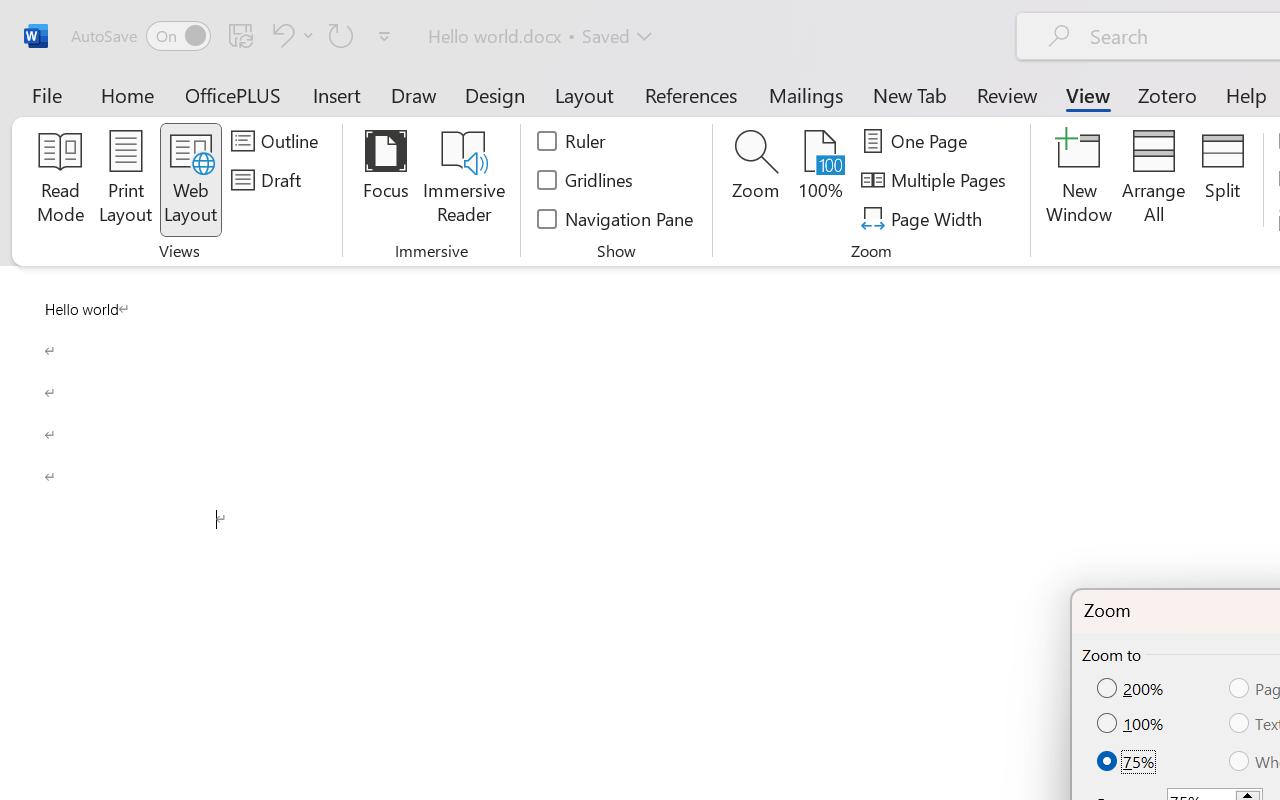 Image resolution: width=1280 pixels, height=800 pixels. What do you see at coordinates (60, 179) in the screenshot?
I see `'Read Mode'` at bounding box center [60, 179].